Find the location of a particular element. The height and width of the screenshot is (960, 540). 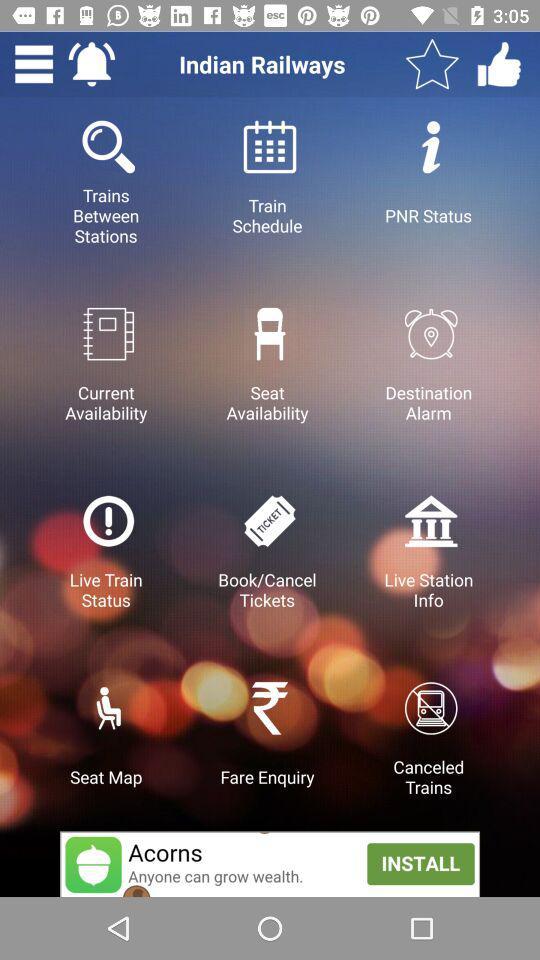

item above the trains between stations icon is located at coordinates (33, 64).